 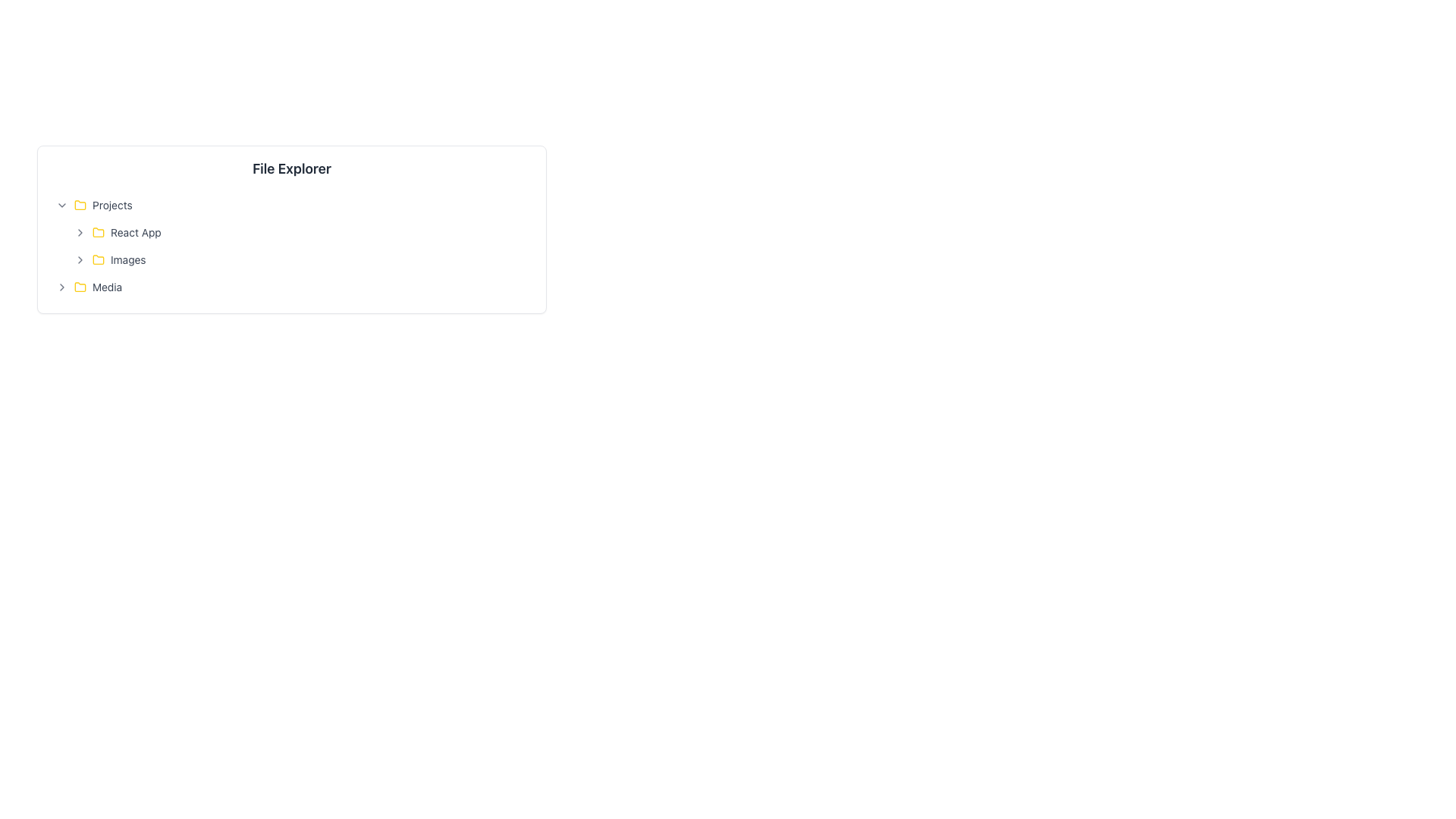 I want to click on the 'React App' folder, so click(x=301, y=233).